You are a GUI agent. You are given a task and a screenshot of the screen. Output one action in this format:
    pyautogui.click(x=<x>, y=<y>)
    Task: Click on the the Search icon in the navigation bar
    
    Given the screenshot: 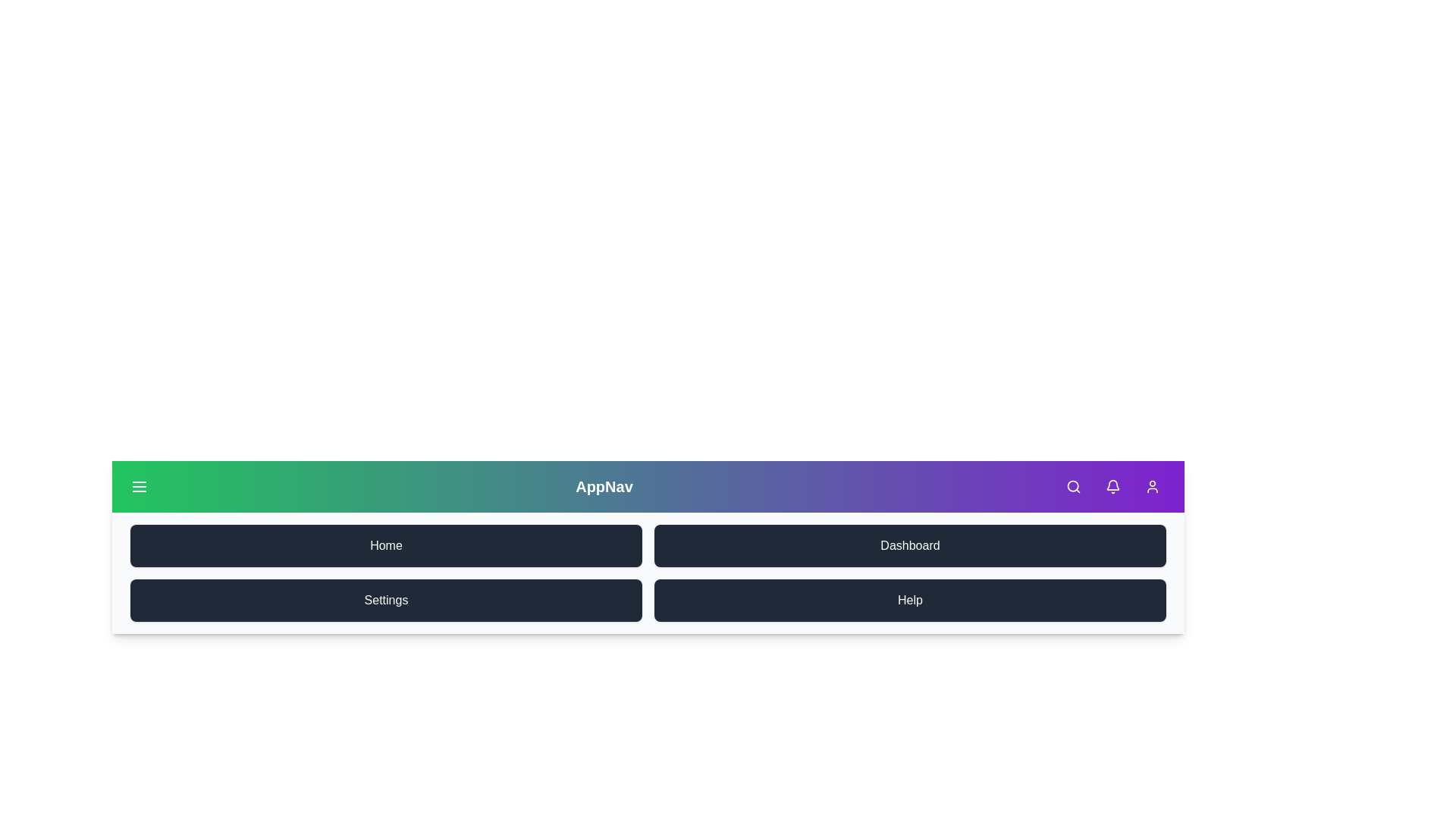 What is the action you would take?
    pyautogui.click(x=1073, y=486)
    